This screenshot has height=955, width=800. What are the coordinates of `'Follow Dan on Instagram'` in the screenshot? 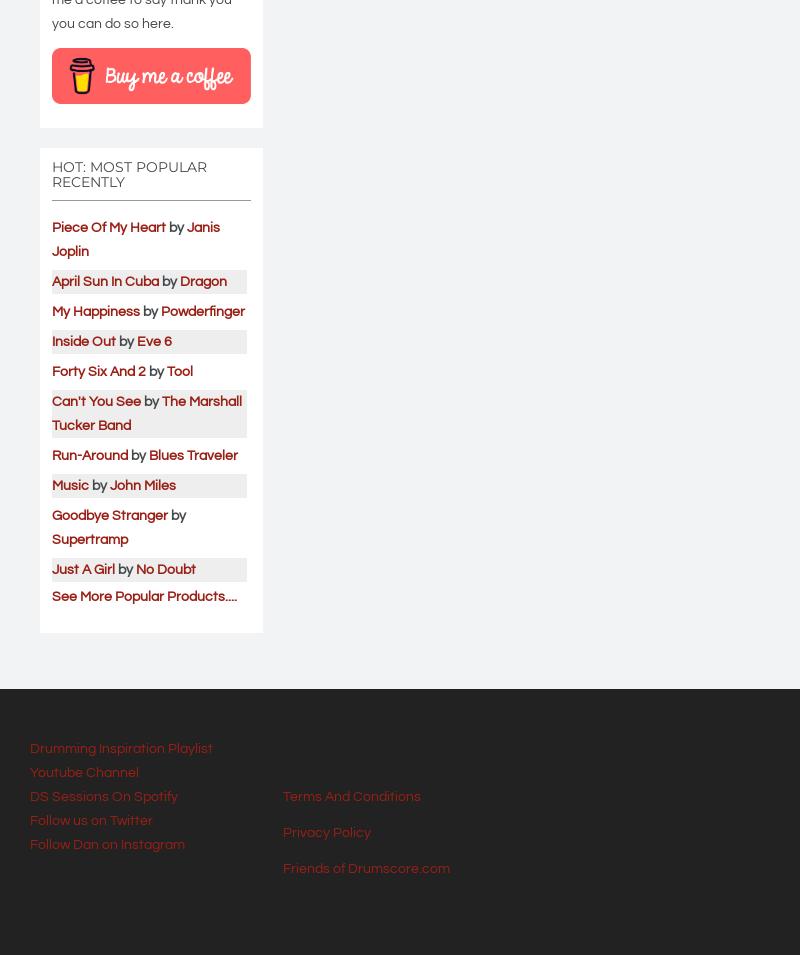 It's located at (106, 844).